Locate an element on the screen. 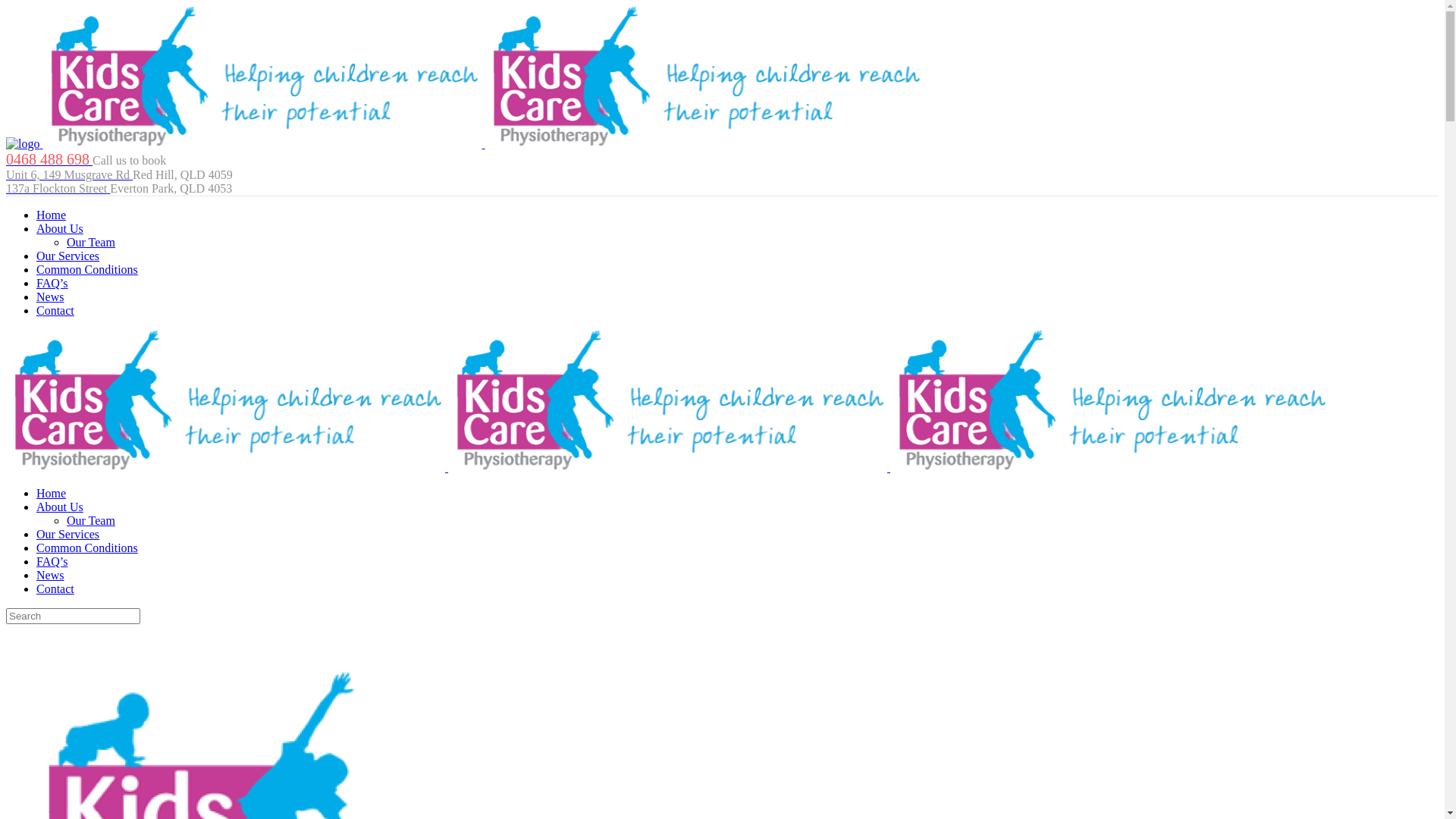 The image size is (1456, 819). '137a Flockton Street' is located at coordinates (58, 187).